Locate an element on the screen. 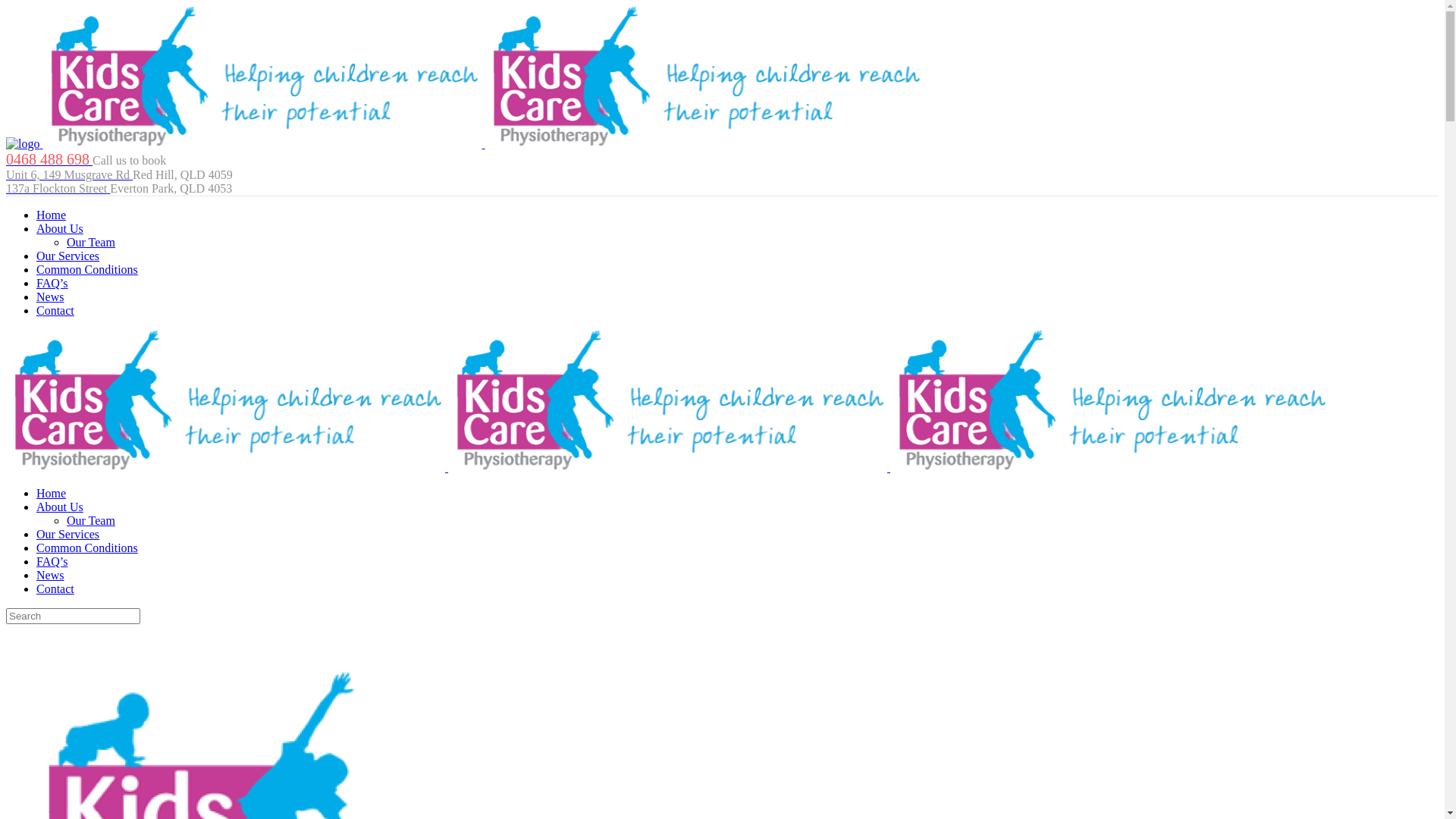 The image size is (1456, 819). '137a Flockton Street' is located at coordinates (58, 187).